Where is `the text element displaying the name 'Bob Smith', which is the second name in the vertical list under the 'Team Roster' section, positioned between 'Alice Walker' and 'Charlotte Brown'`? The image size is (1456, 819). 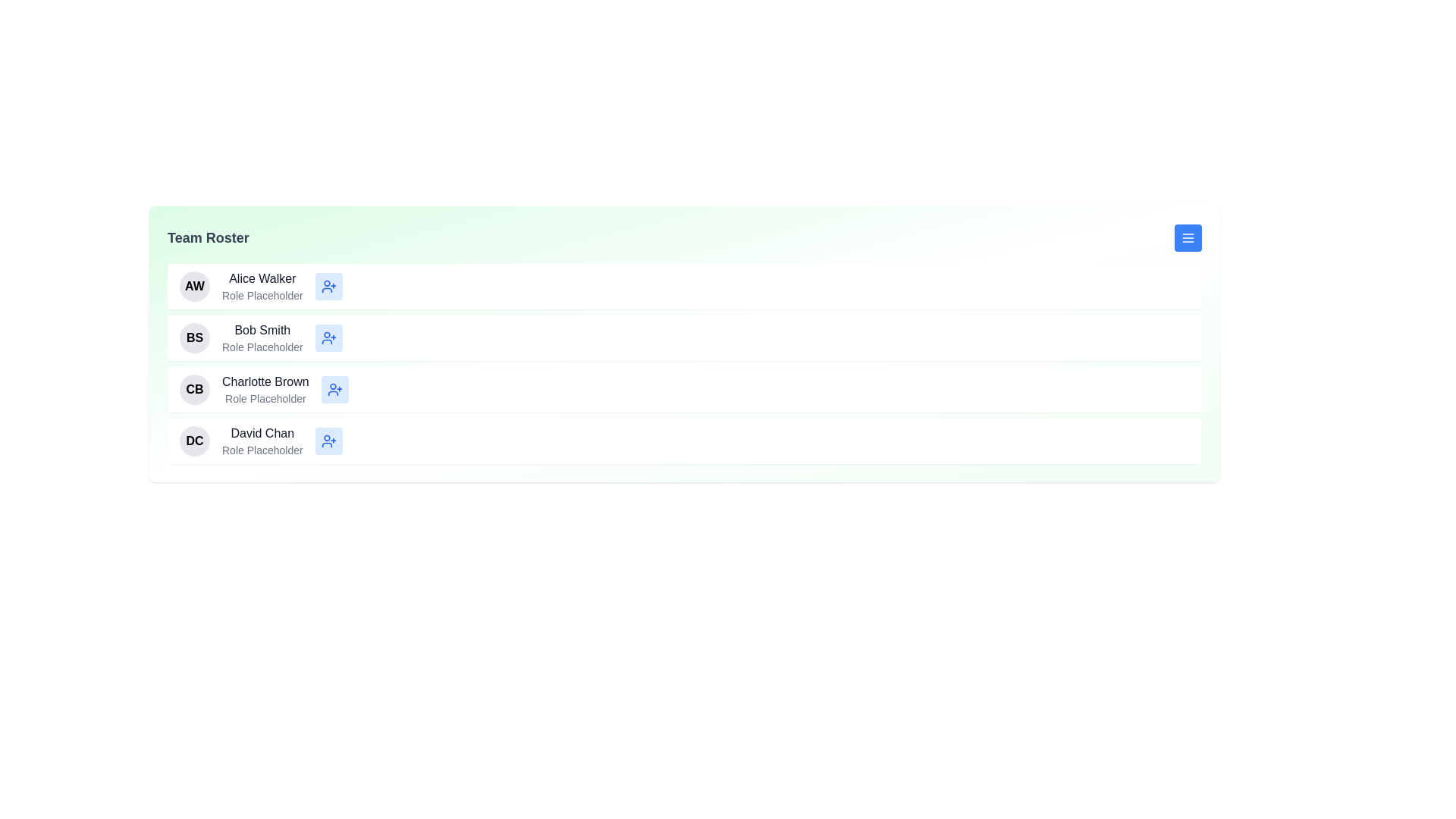 the text element displaying the name 'Bob Smith', which is the second name in the vertical list under the 'Team Roster' section, positioned between 'Alice Walker' and 'Charlotte Brown' is located at coordinates (262, 329).